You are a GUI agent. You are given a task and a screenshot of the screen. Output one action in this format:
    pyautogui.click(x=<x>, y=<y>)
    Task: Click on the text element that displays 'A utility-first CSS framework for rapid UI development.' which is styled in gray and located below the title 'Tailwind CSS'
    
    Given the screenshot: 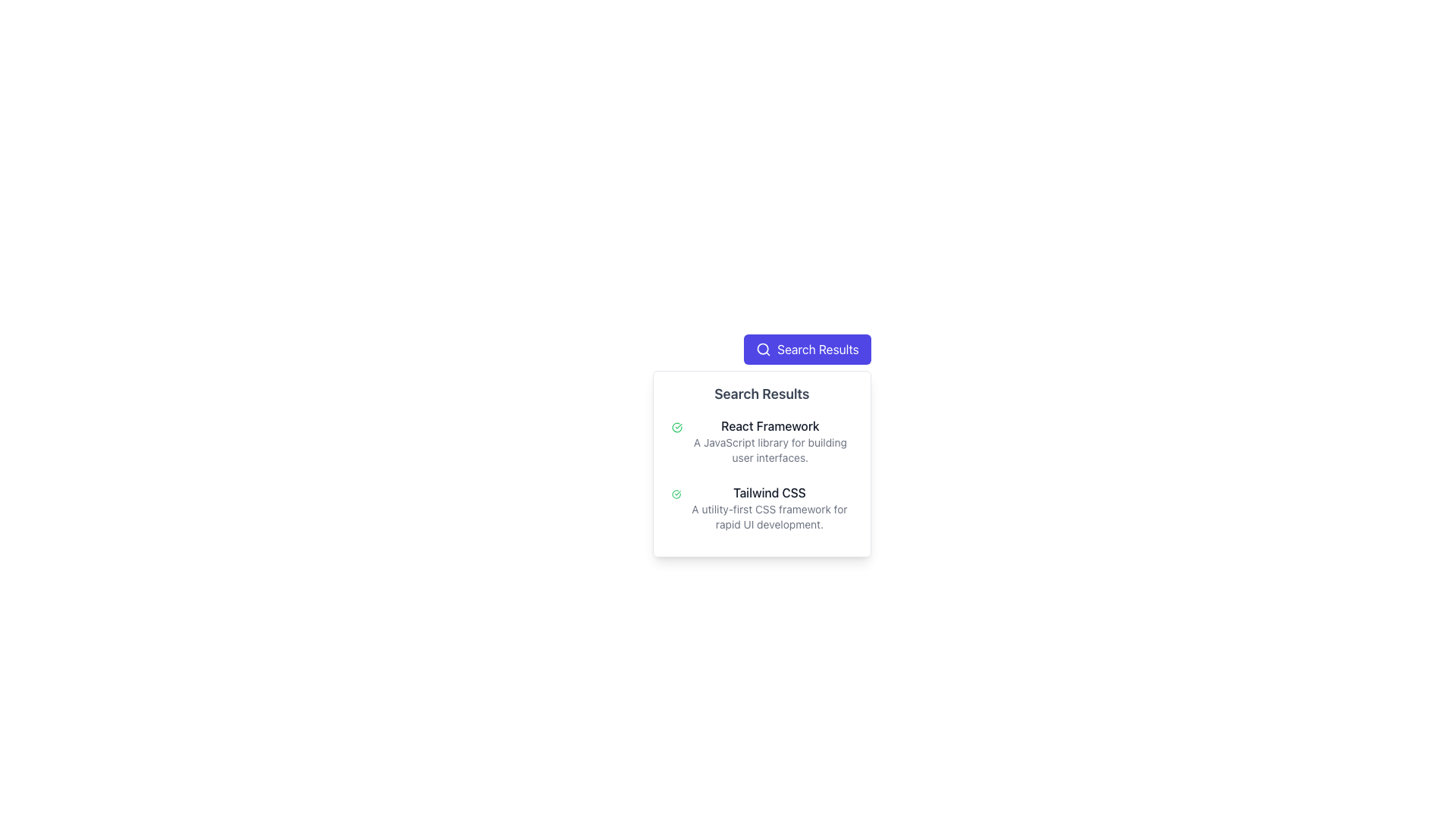 What is the action you would take?
    pyautogui.click(x=770, y=516)
    